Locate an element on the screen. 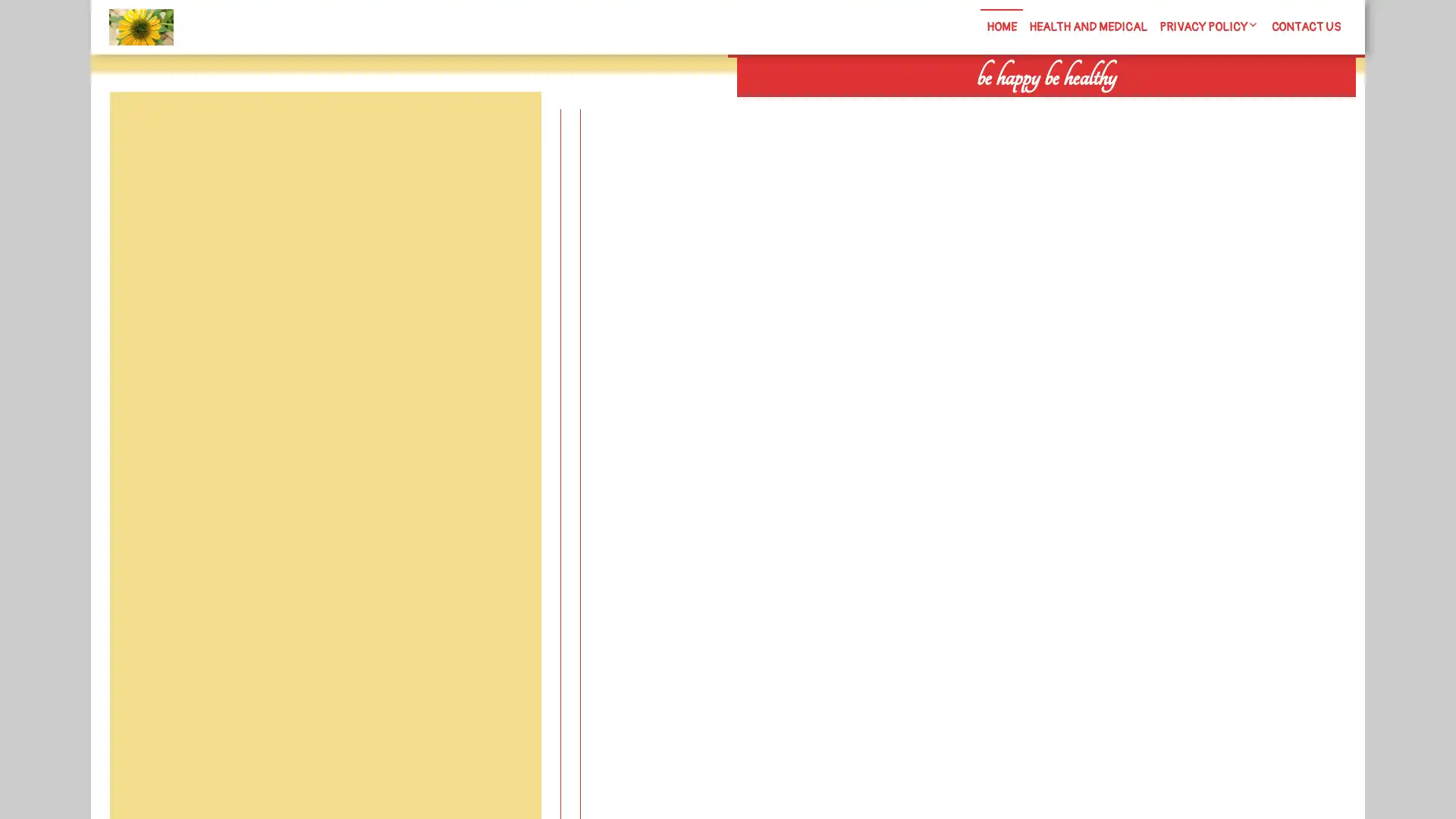  Search is located at coordinates (1181, 106).